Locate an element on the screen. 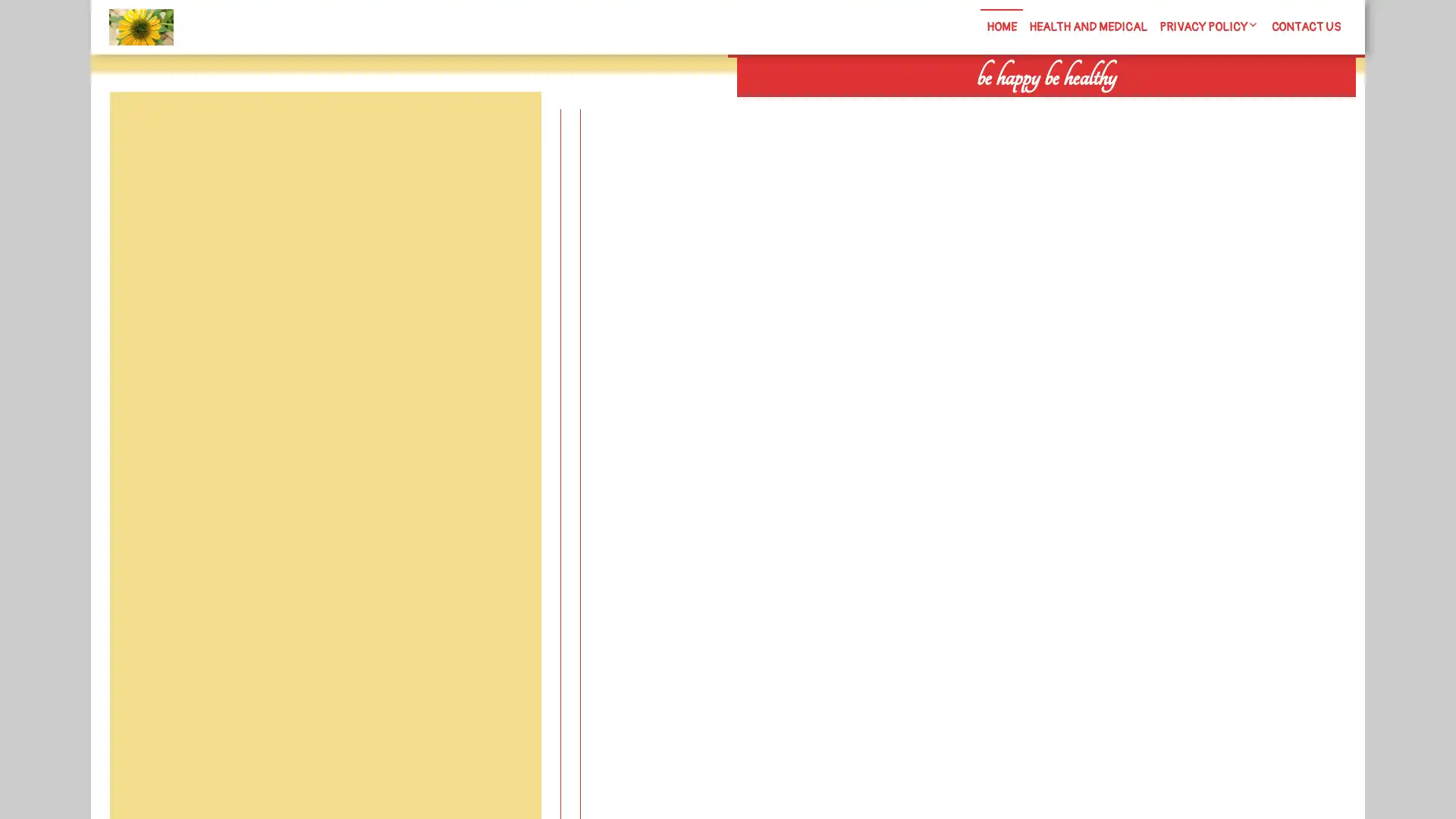  Search is located at coordinates (1181, 106).